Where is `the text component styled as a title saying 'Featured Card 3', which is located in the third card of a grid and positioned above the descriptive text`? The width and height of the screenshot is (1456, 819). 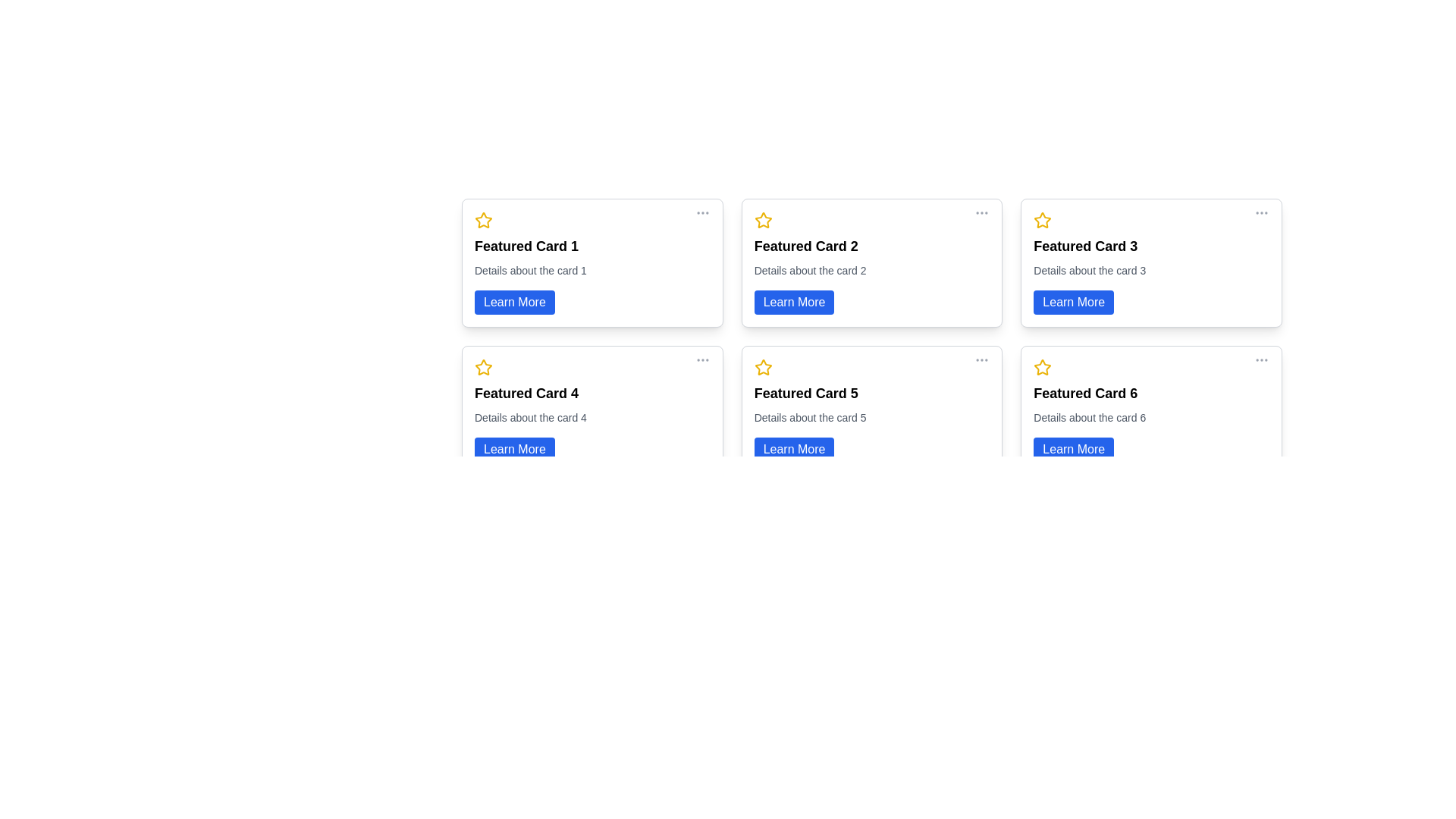 the text component styled as a title saying 'Featured Card 3', which is located in the third card of a grid and positioned above the descriptive text is located at coordinates (1084, 245).